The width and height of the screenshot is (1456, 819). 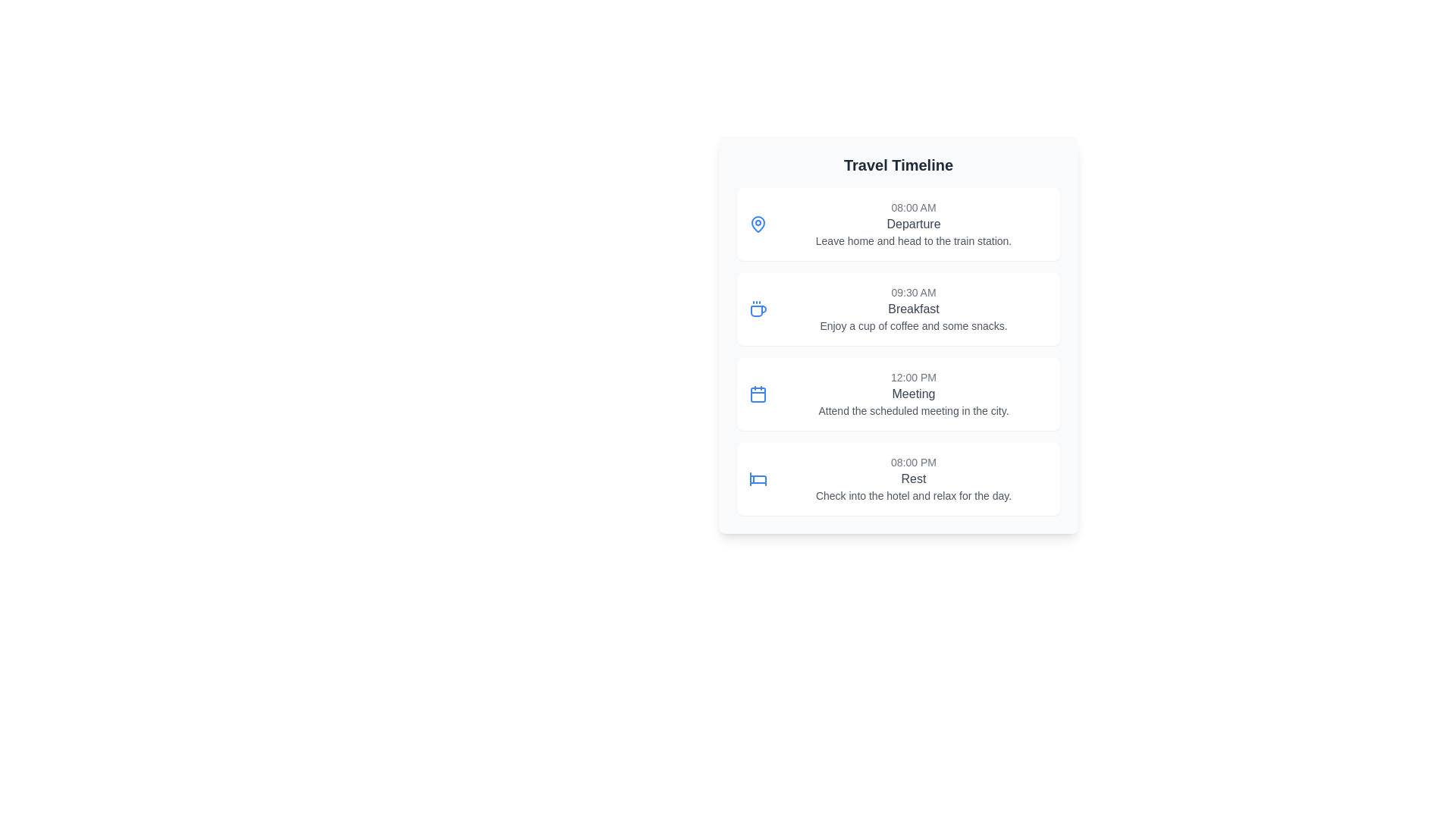 What do you see at coordinates (899, 479) in the screenshot?
I see `the fourth List item card in the Travel Timeline` at bounding box center [899, 479].